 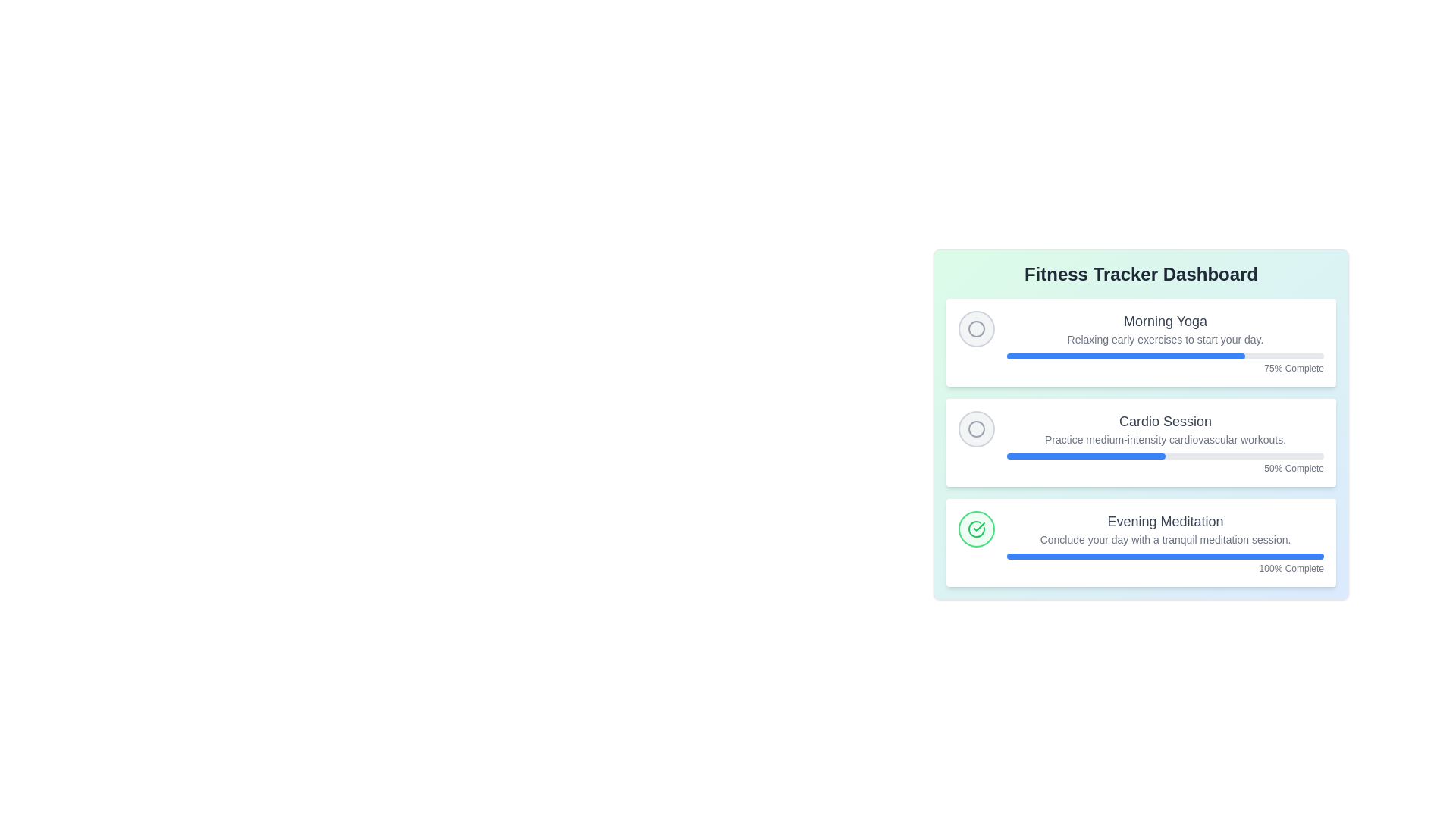 I want to click on the progress bar indicating 75% completion in the 'Morning Yoga' section of the fitness tracker dashboard, located below the descriptive text 'Relaxing early exercises to start your day.', so click(x=1164, y=356).